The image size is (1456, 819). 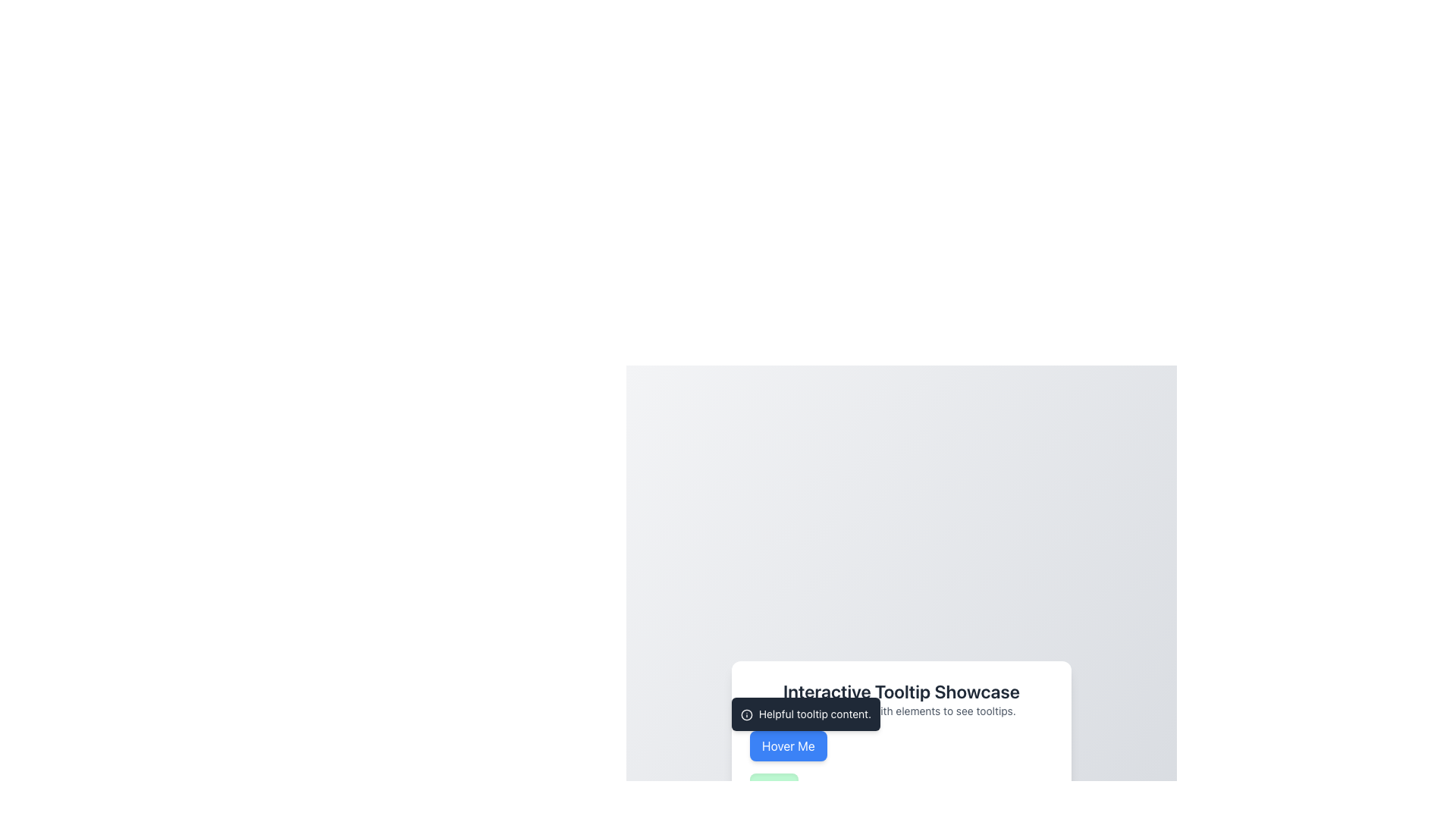 What do you see at coordinates (746, 714) in the screenshot?
I see `the SVG Circle that forms the outer part of an information icon near the 'Hover Me' button` at bounding box center [746, 714].